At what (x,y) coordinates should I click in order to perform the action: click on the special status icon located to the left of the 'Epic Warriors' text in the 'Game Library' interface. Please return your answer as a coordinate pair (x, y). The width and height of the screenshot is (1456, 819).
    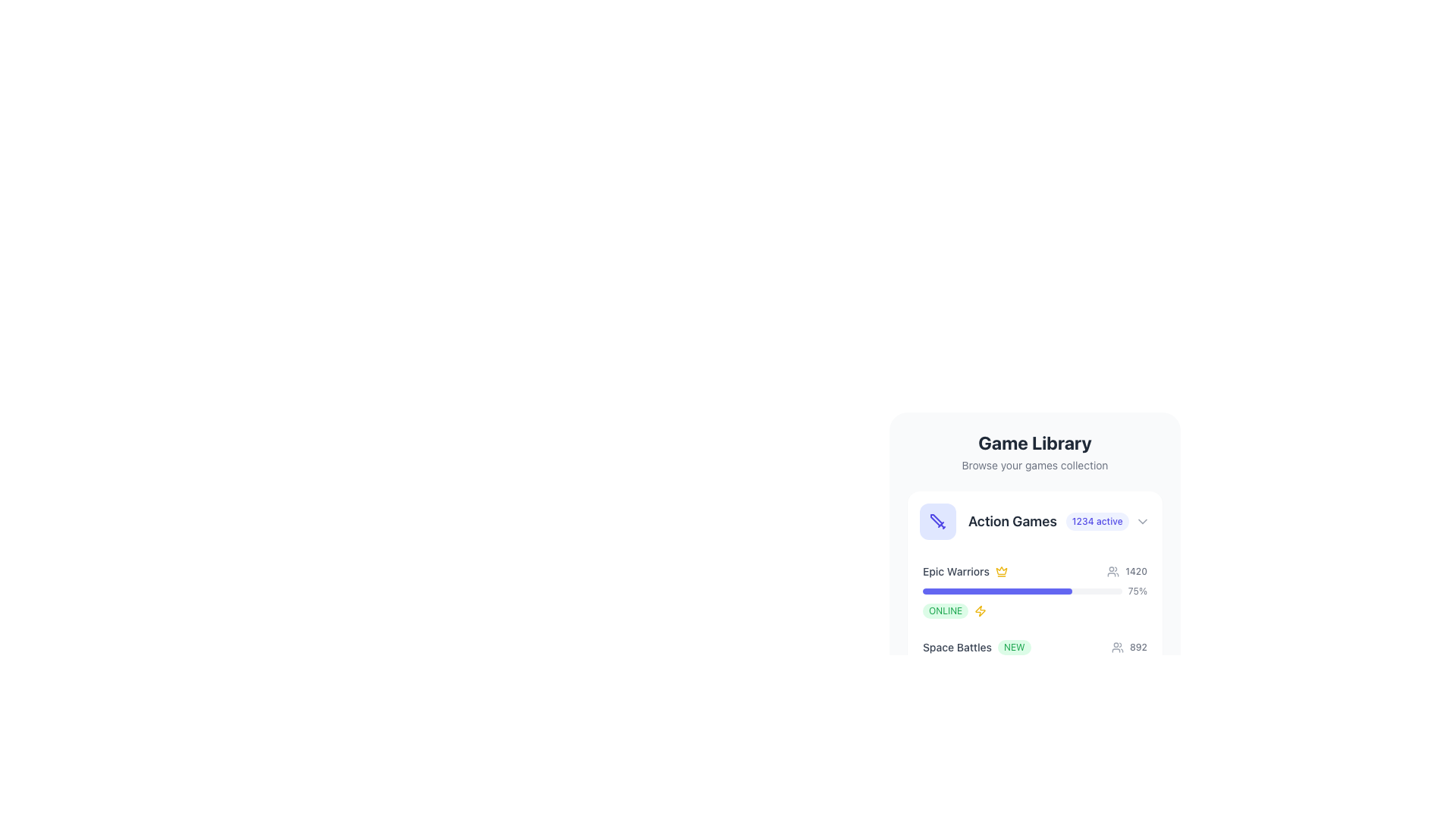
    Looking at the image, I should click on (1001, 570).